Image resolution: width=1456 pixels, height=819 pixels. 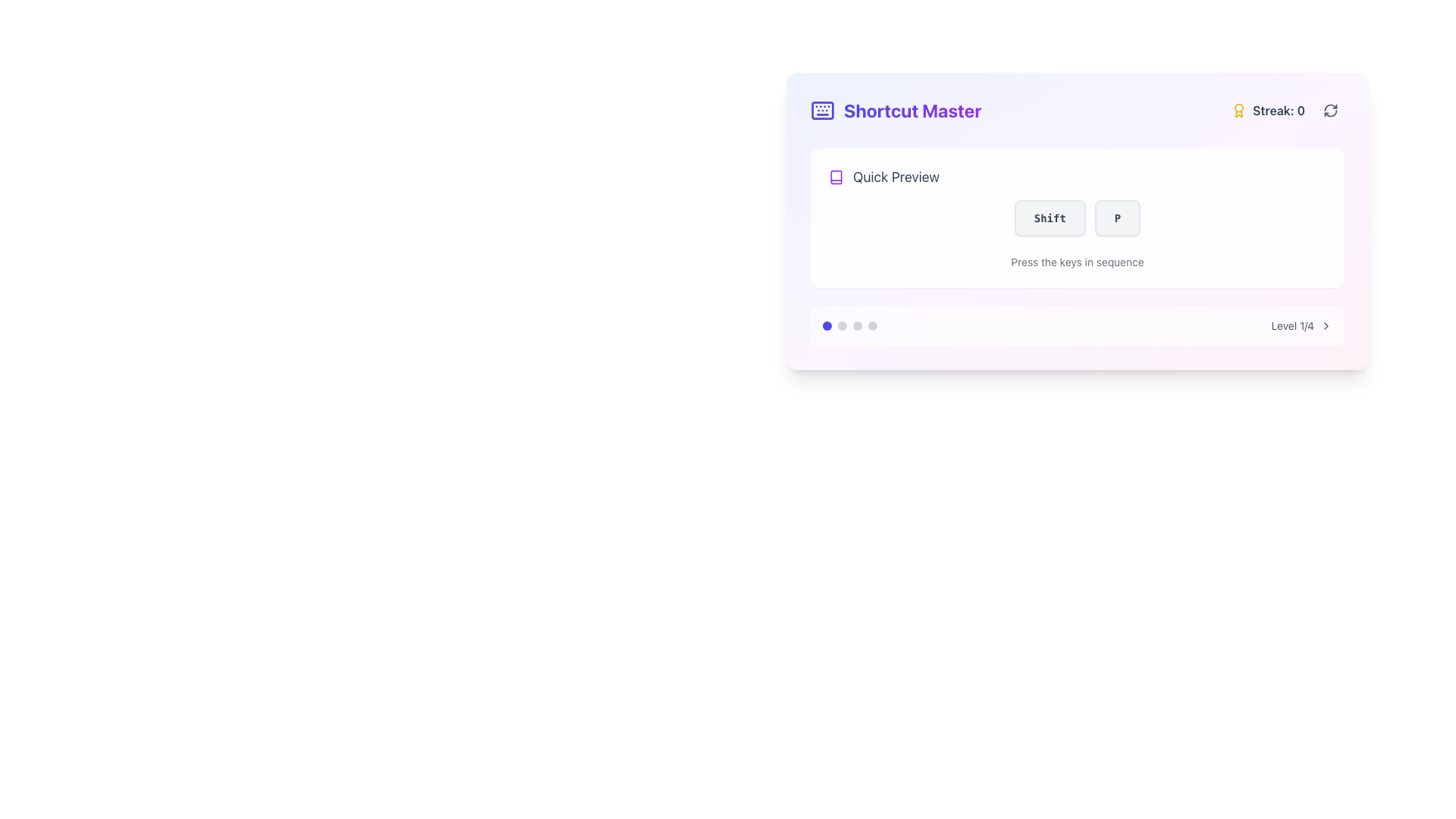 I want to click on the third circular progress indicator, which is light gray and part of a group of four indicators displayed horizontally at the bottom of the 'Shortcut Master' card, so click(x=858, y=325).